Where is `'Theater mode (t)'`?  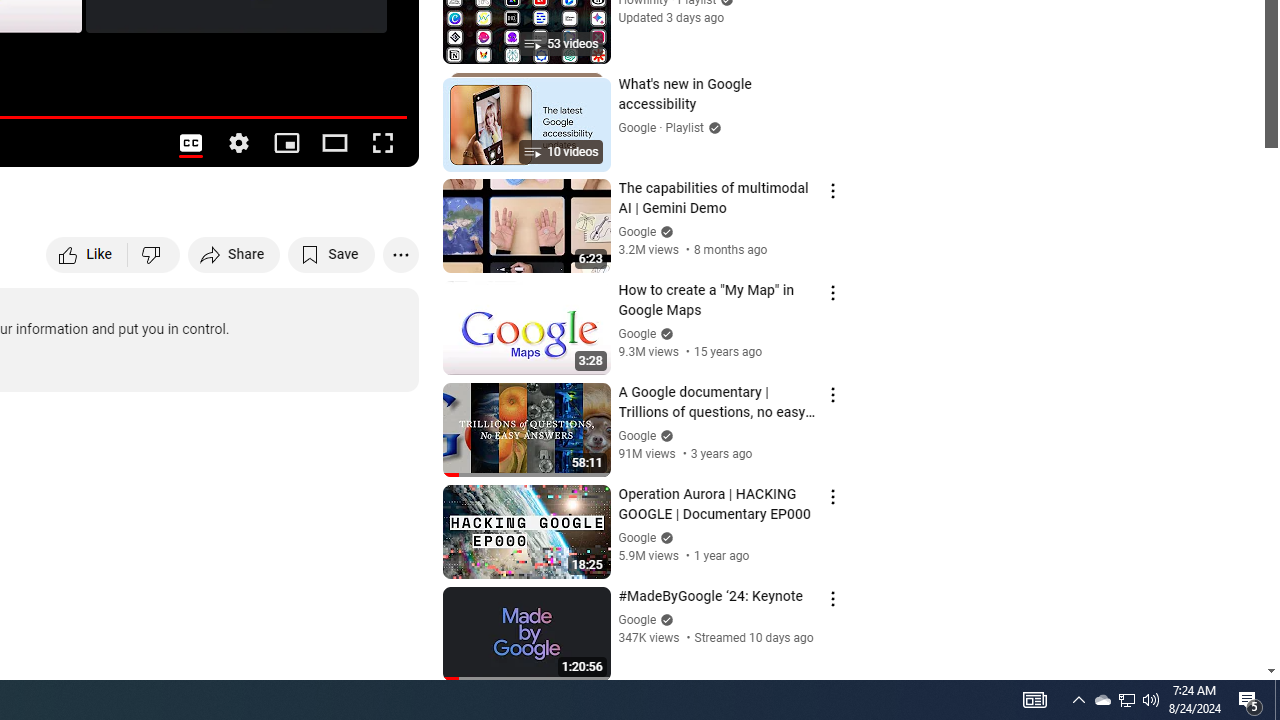
'Theater mode (t)' is located at coordinates (334, 141).